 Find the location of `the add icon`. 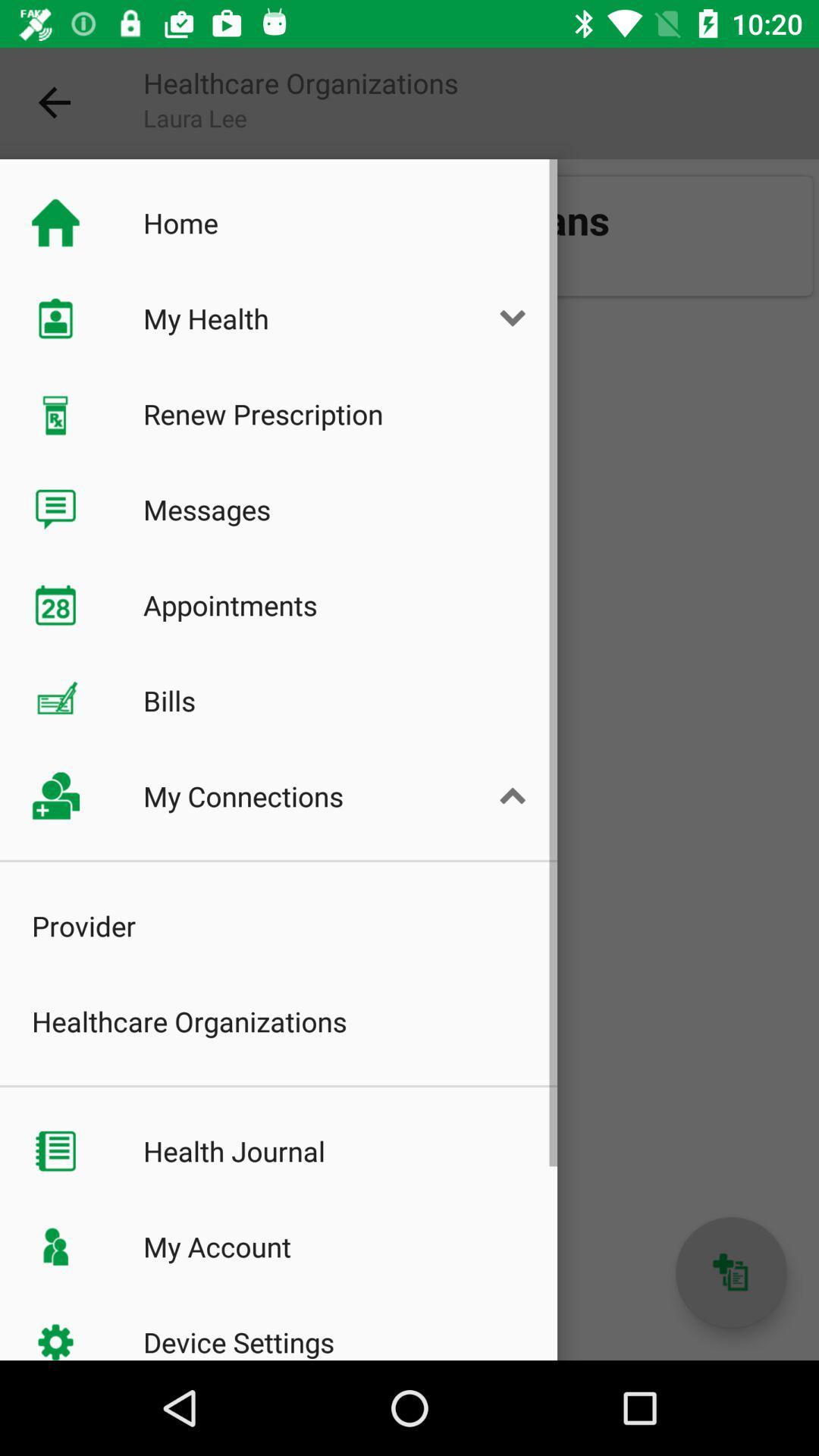

the add icon is located at coordinates (730, 1272).